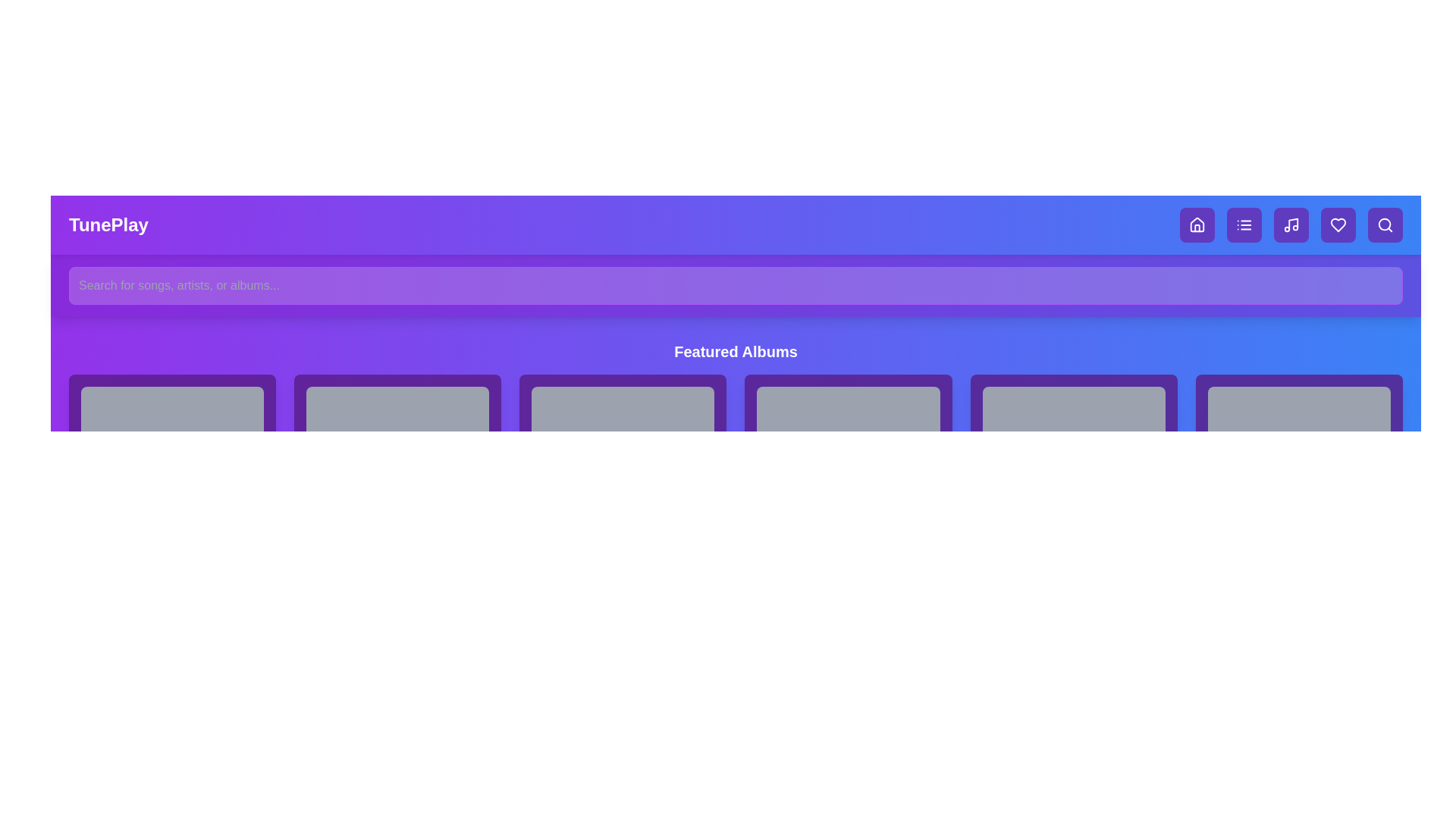 The image size is (1456, 819). Describe the element at coordinates (108, 225) in the screenshot. I see `the 'TunePlay' logo to navigate to the home page` at that location.